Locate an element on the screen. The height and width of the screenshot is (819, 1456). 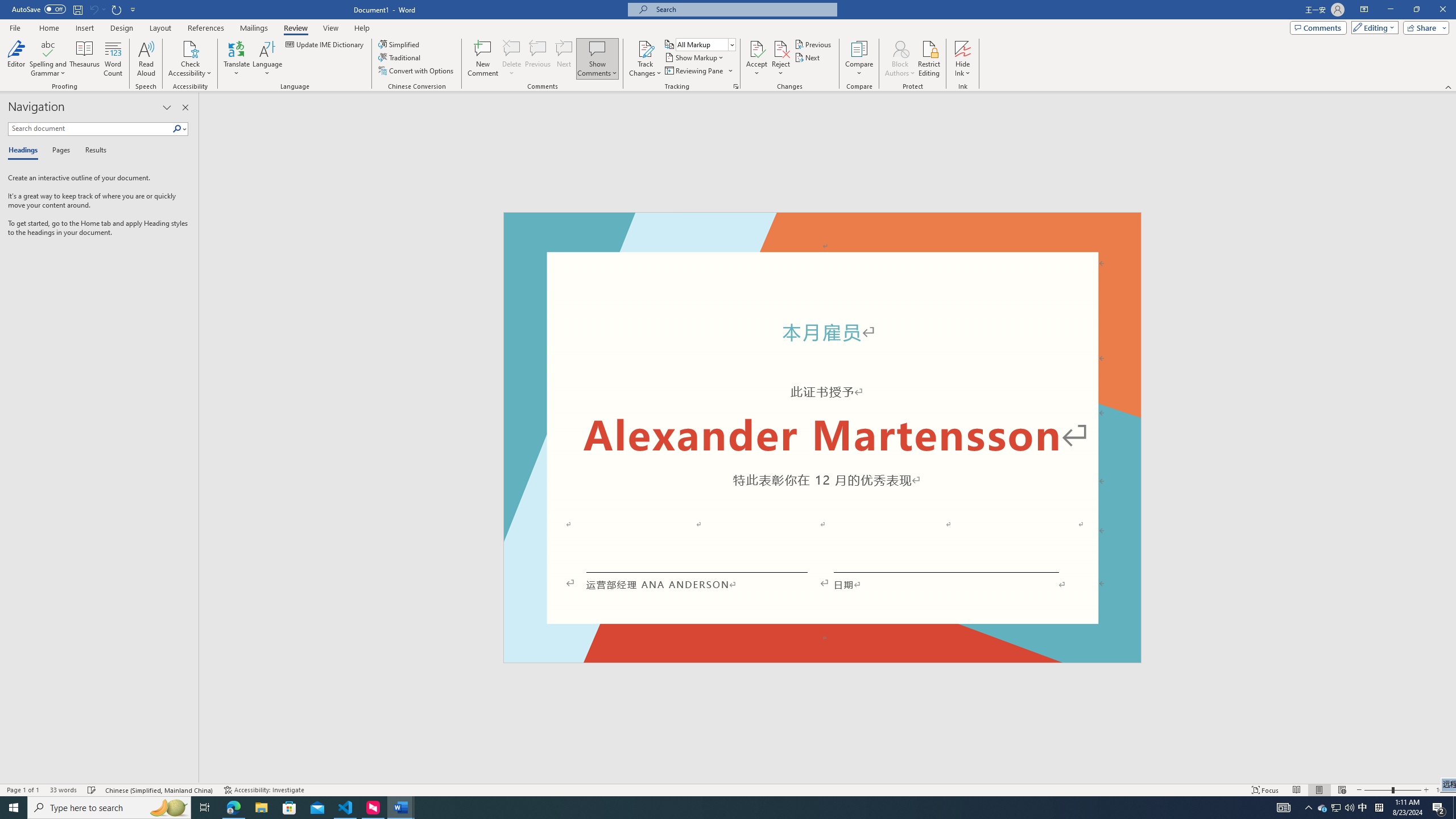
'Show Comments' is located at coordinates (597, 48).